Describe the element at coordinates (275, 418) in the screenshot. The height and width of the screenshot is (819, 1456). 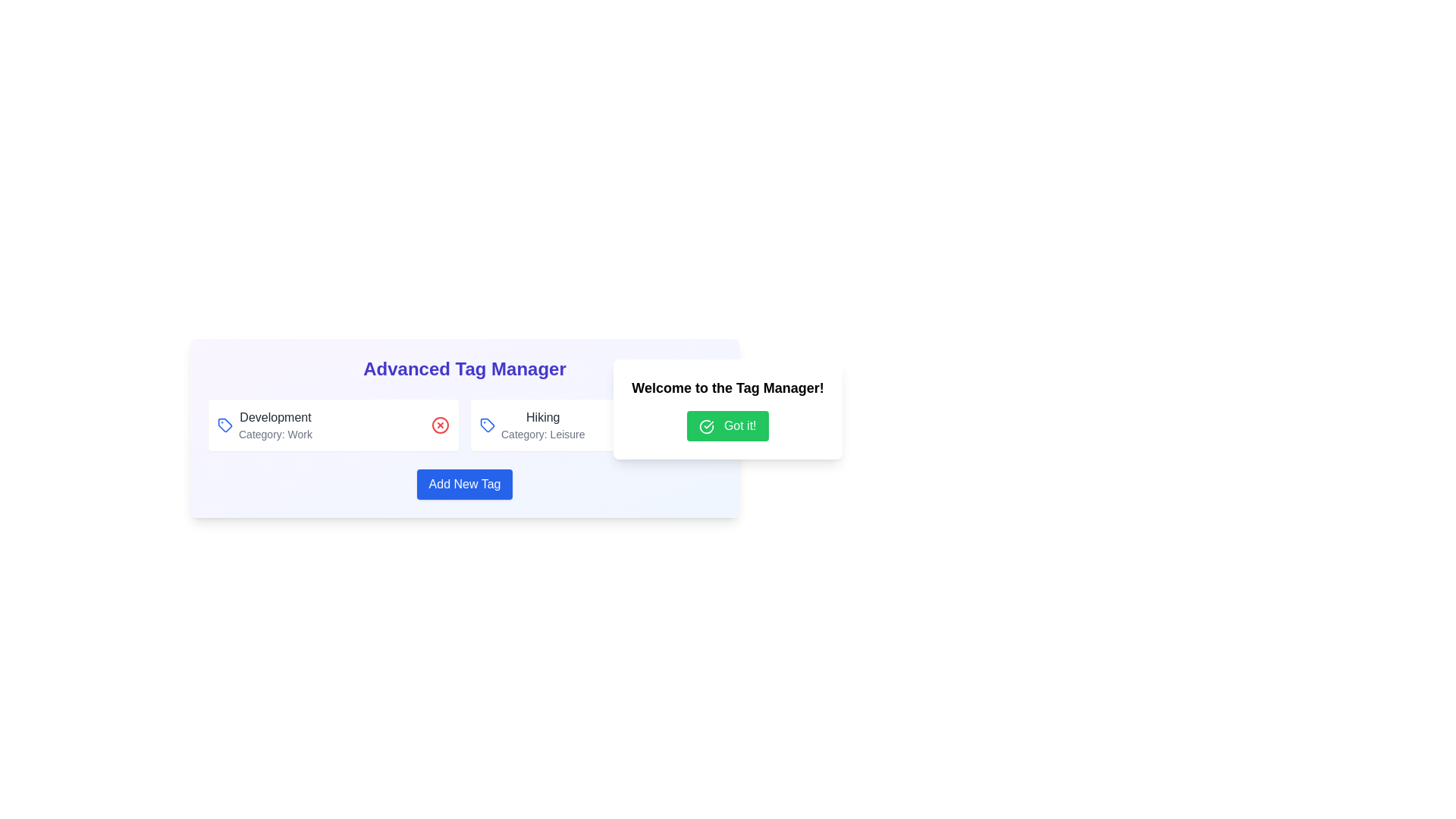
I see `the text label displaying 'Development' which is aligned to the left within a light-colored rectangular card in the 'Advanced Tag Manager' interface` at that location.